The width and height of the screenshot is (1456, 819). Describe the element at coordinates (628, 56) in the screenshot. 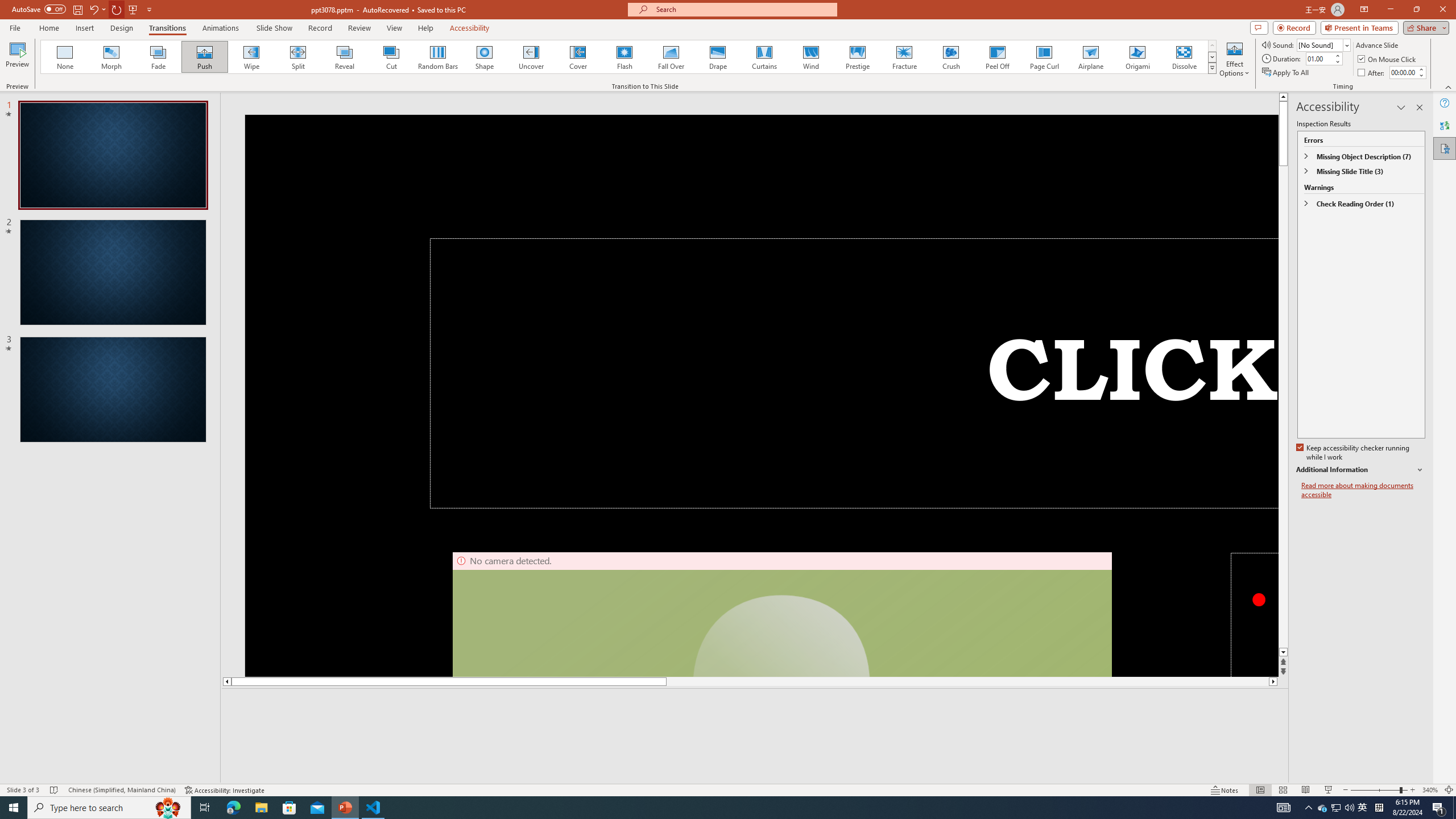

I see `'AutomationID: AnimationTransitionGallery'` at that location.